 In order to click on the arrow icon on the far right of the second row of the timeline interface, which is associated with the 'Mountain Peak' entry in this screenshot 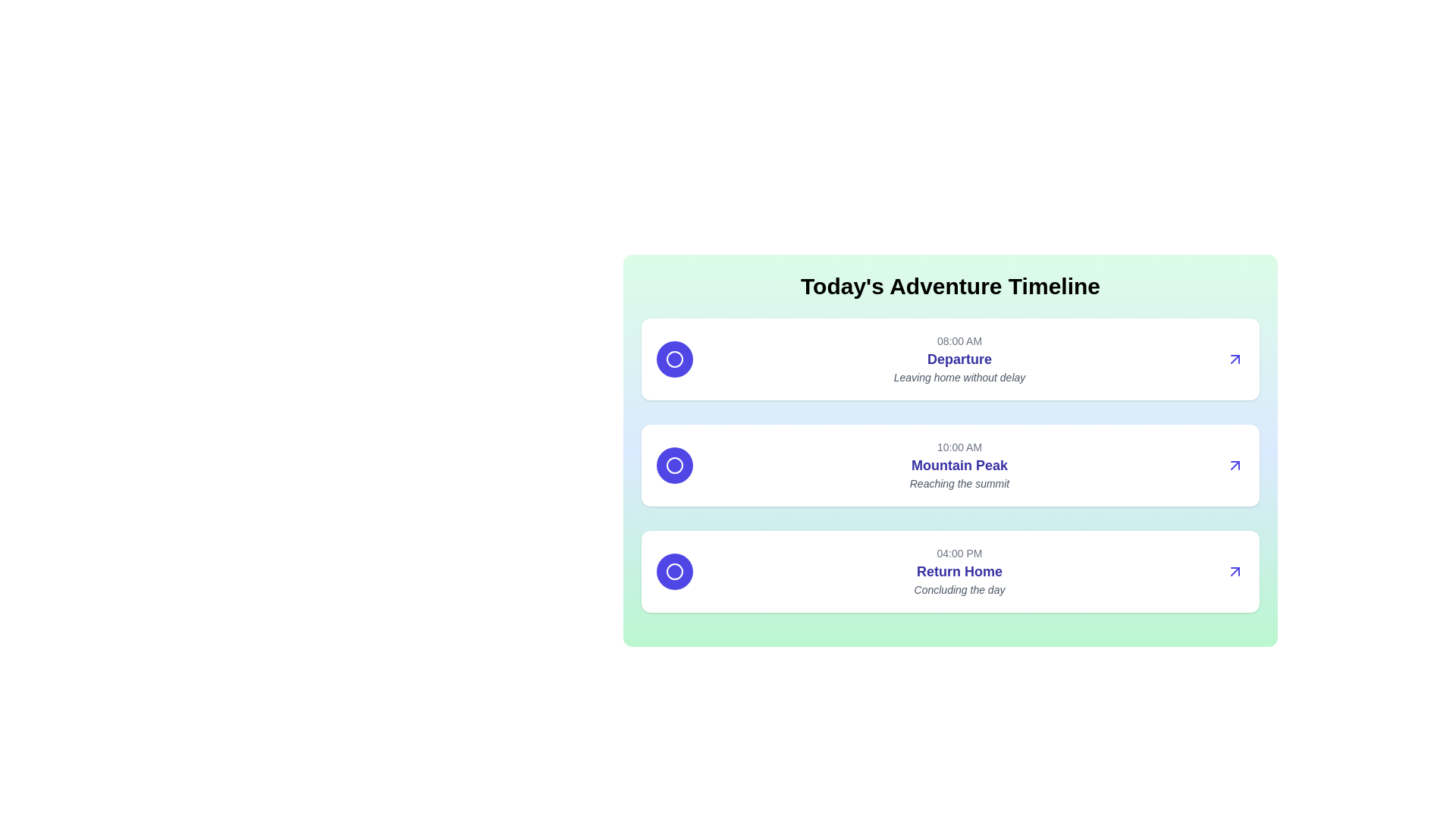, I will do `click(1235, 571)`.